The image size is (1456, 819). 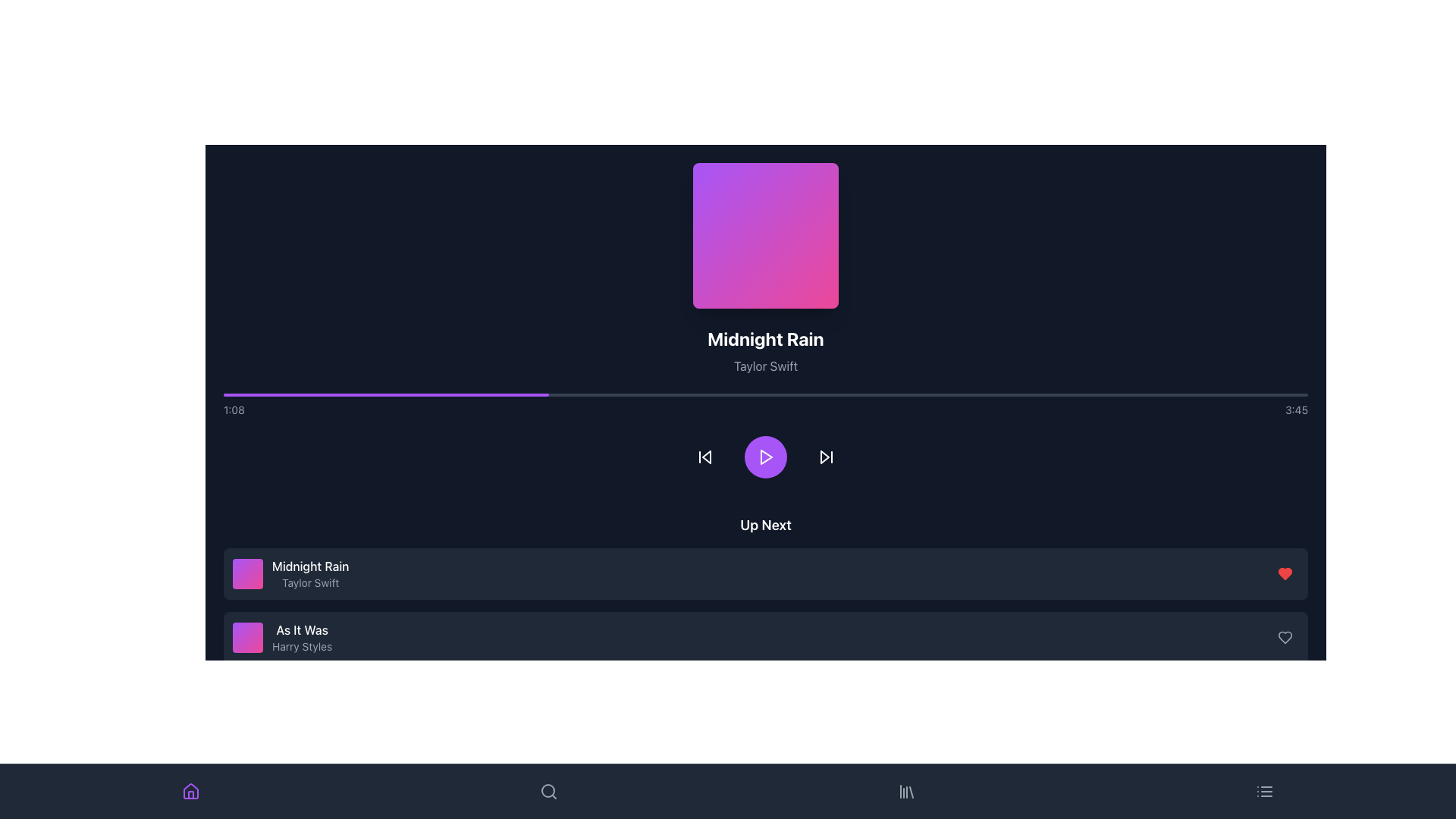 What do you see at coordinates (765, 456) in the screenshot?
I see `the play button located at the bottom-center of the interface` at bounding box center [765, 456].